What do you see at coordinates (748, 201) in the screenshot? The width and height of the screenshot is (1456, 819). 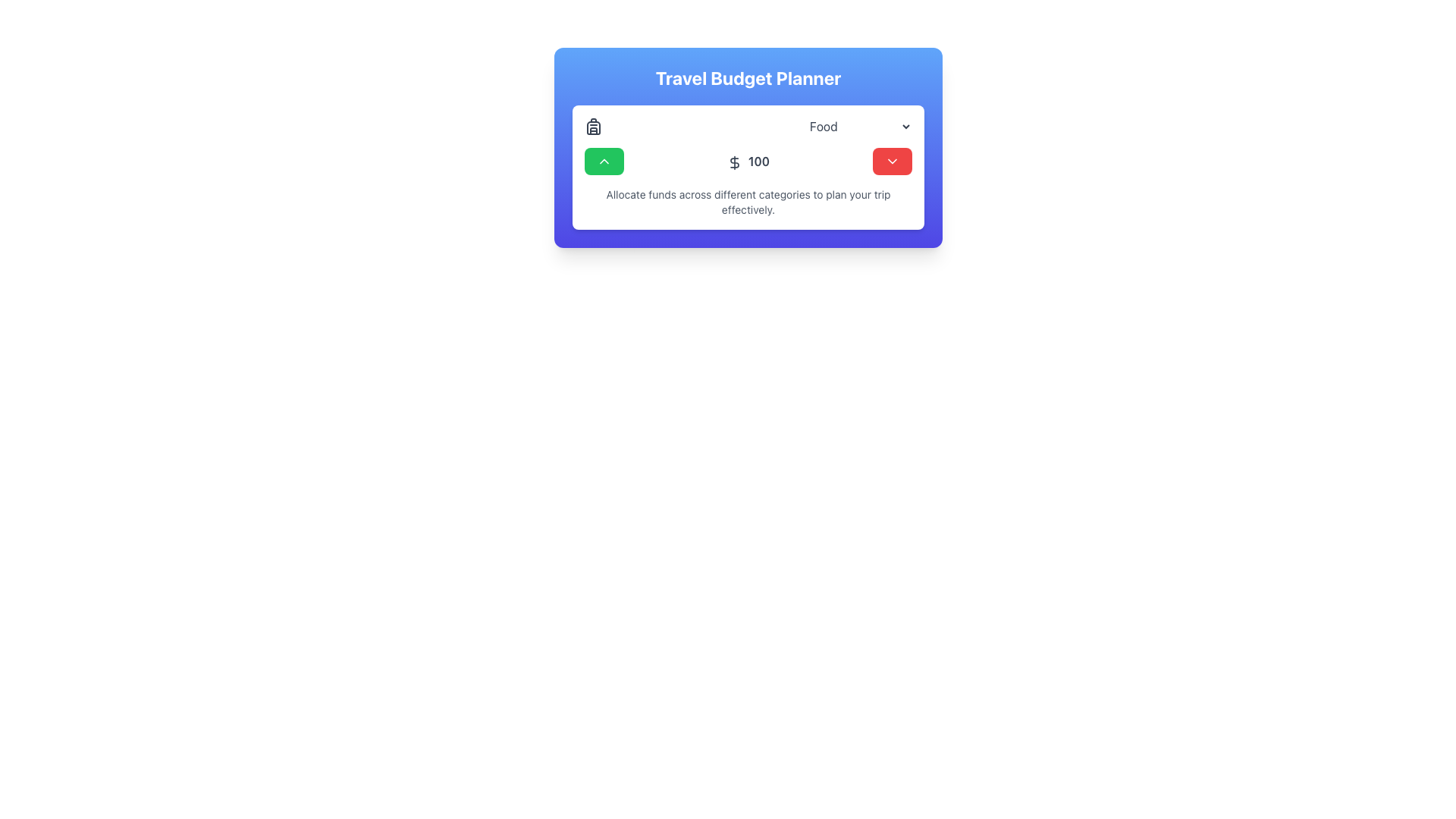 I see `the text label providing guidance on managing and allocating funds effectively in the 'Travel Budget Planner' card interface` at bounding box center [748, 201].